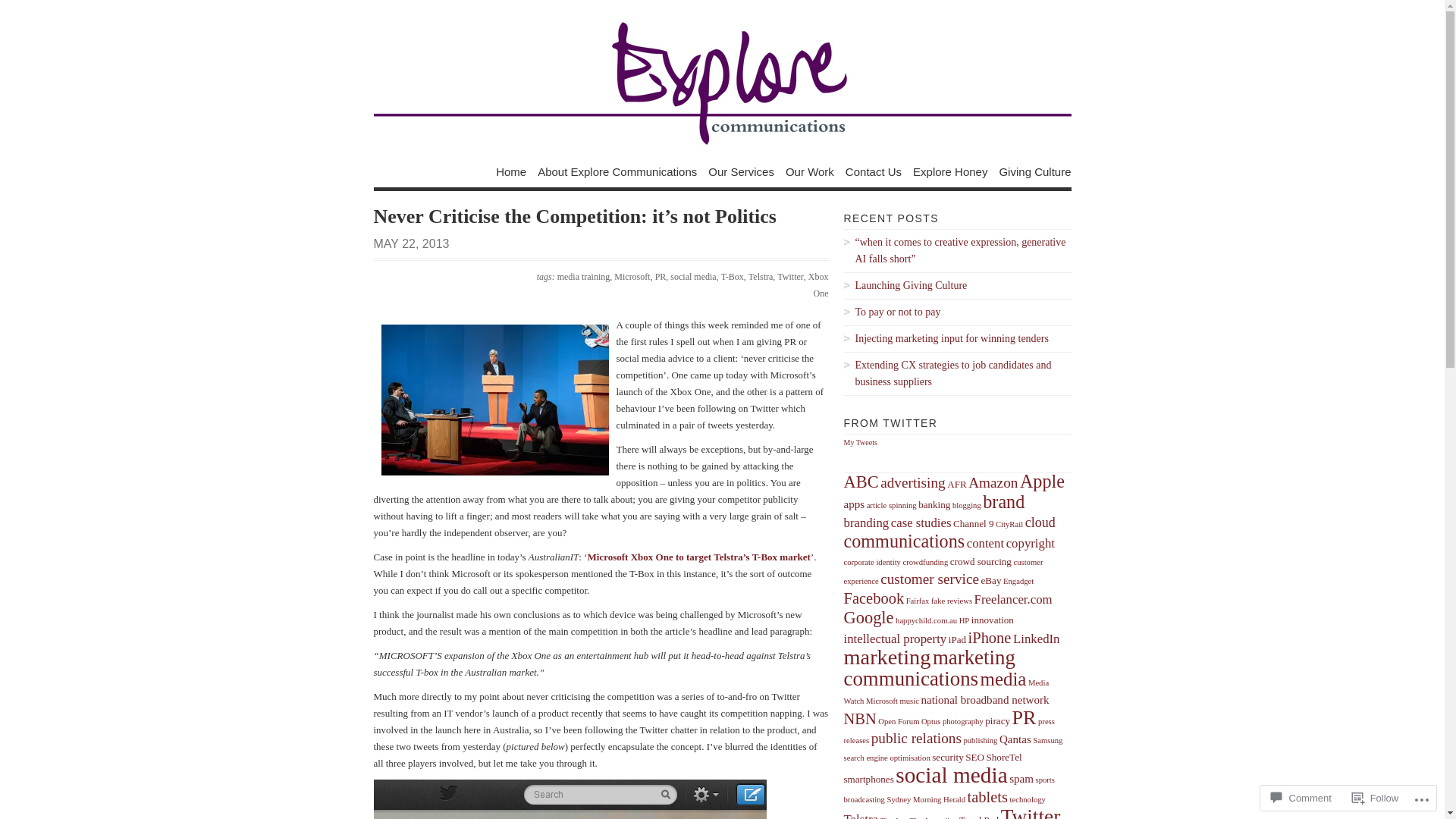 The width and height of the screenshot is (1456, 819). Describe the element at coordinates (948, 639) in the screenshot. I see `'iPad'` at that location.